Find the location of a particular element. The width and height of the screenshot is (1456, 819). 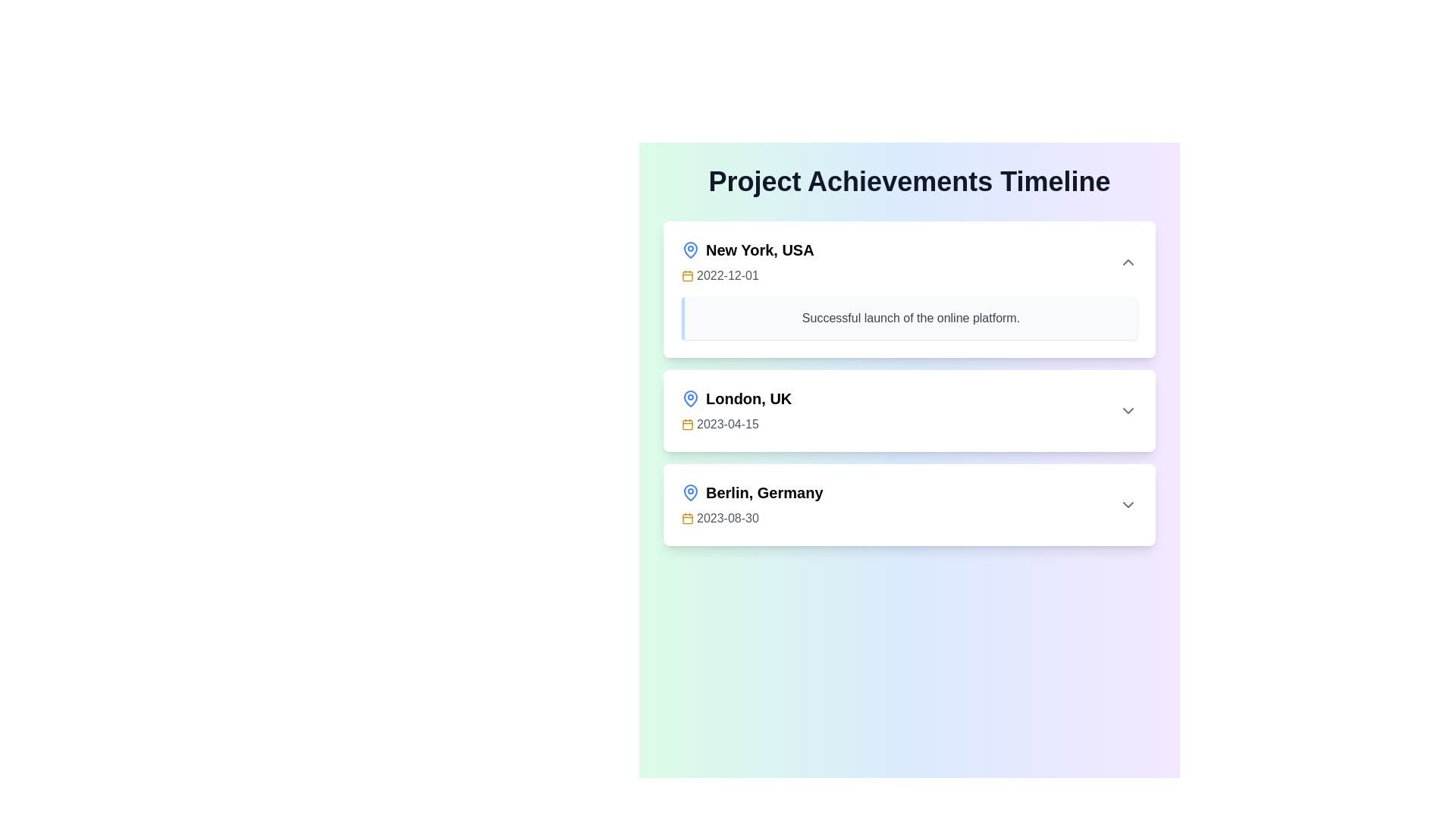

the Label with an Icon displaying the date '2023-08-30' that follows the location 'Berlin, Germany' in the list is located at coordinates (752, 517).